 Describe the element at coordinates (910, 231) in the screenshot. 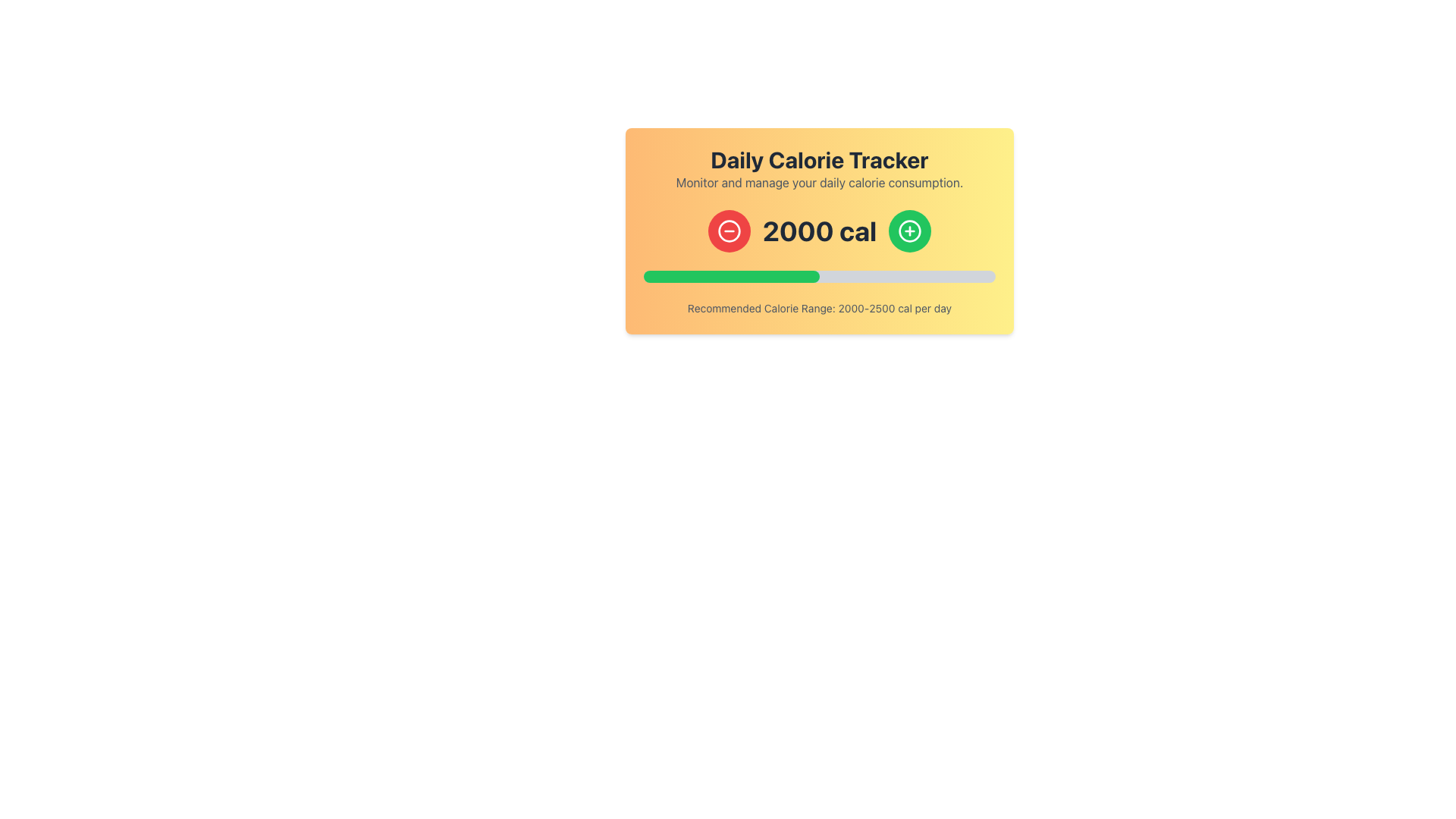

I see `the distinctive green circular icon with a white plus sign located beside the '2000 cal' text in the calorie tracker interface` at that location.